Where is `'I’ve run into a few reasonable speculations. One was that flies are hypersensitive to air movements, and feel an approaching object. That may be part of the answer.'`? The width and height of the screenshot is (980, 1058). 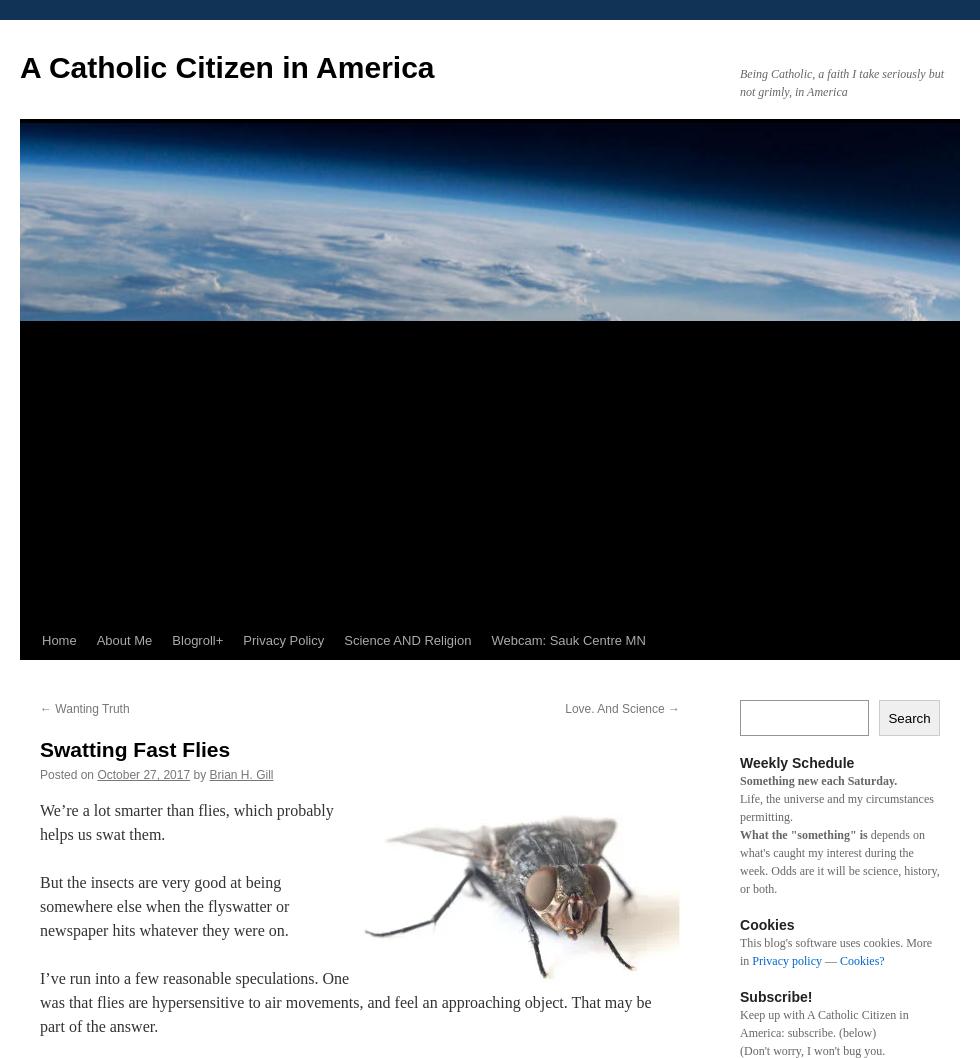 'I’ve run into a few reasonable speculations. One was that flies are hypersensitive to air movements, and feel an approaching object. That may be part of the answer.' is located at coordinates (345, 1001).